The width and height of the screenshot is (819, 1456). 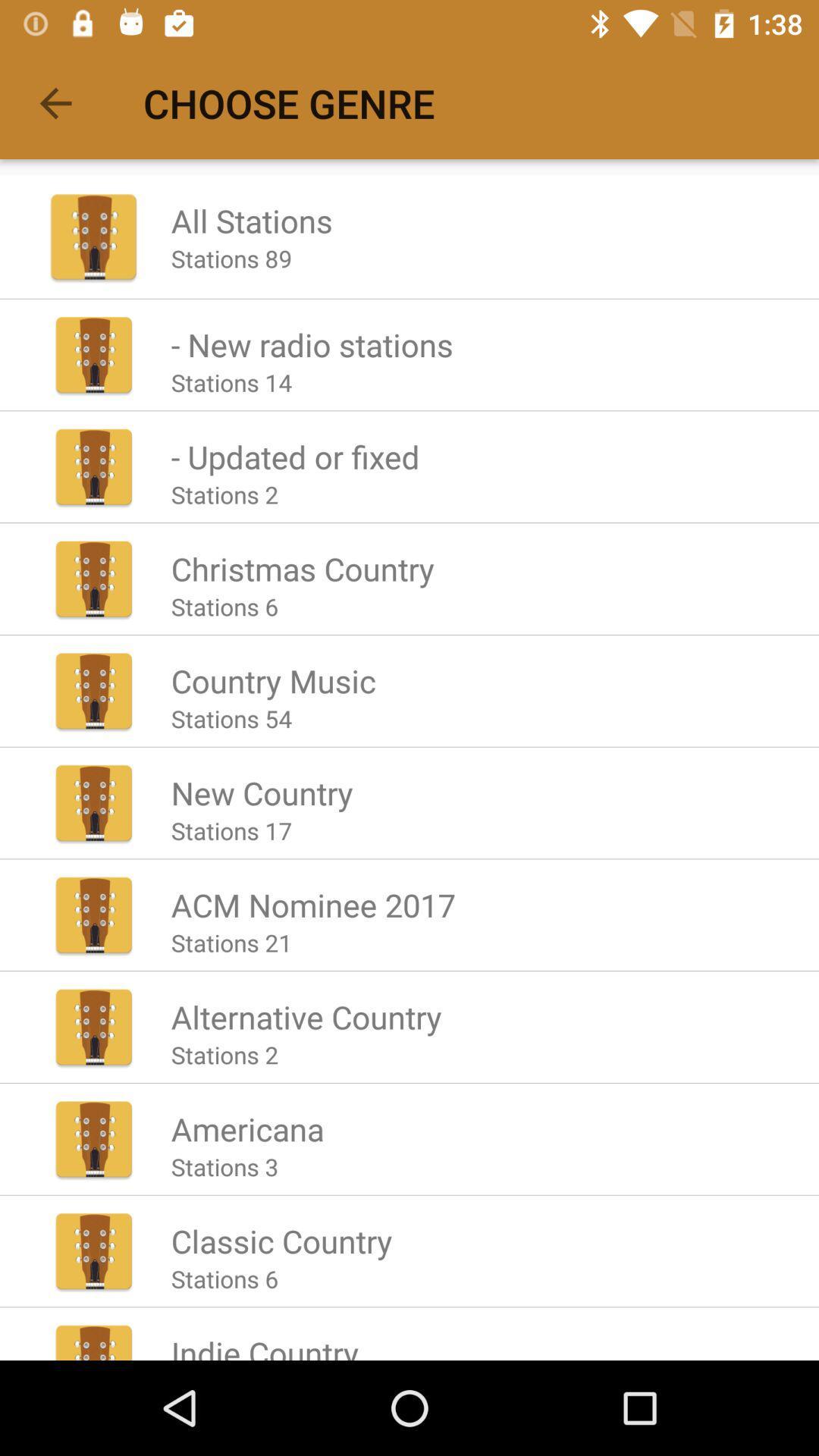 I want to click on the icon above the - updated or fixed, so click(x=231, y=382).